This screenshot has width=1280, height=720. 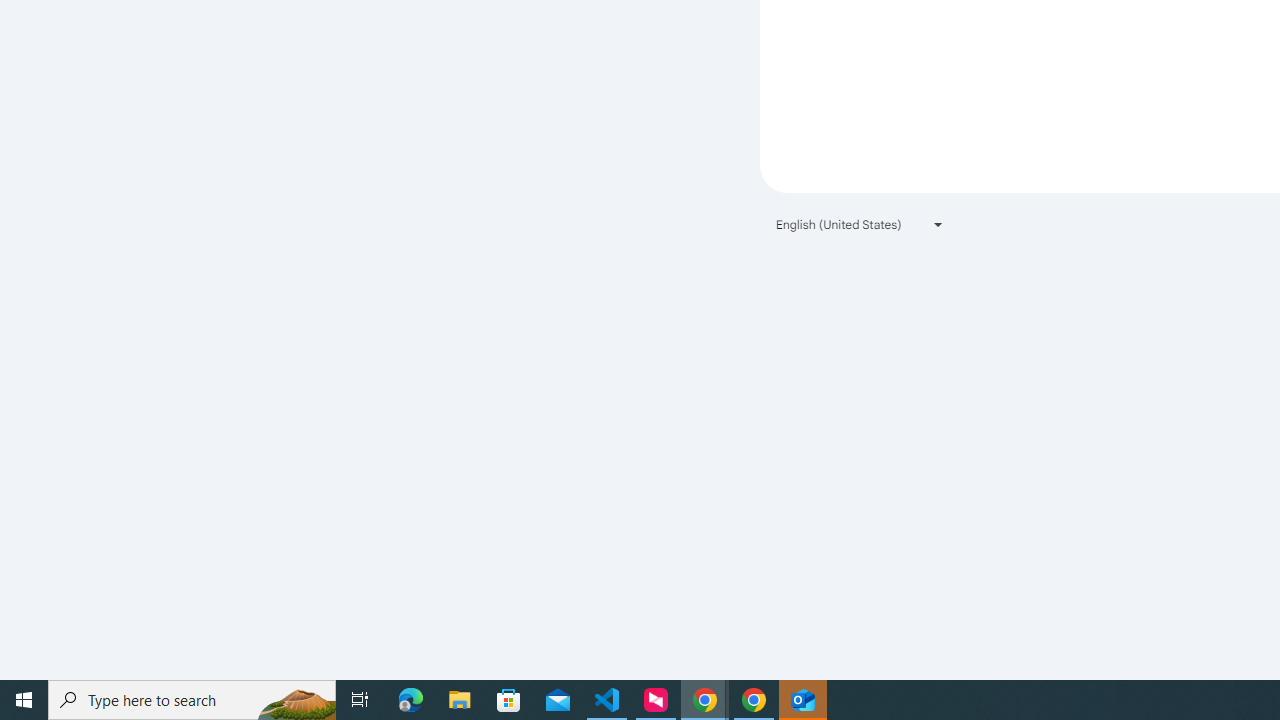 What do you see at coordinates (860, 224) in the screenshot?
I see `'English (United States)'` at bounding box center [860, 224].